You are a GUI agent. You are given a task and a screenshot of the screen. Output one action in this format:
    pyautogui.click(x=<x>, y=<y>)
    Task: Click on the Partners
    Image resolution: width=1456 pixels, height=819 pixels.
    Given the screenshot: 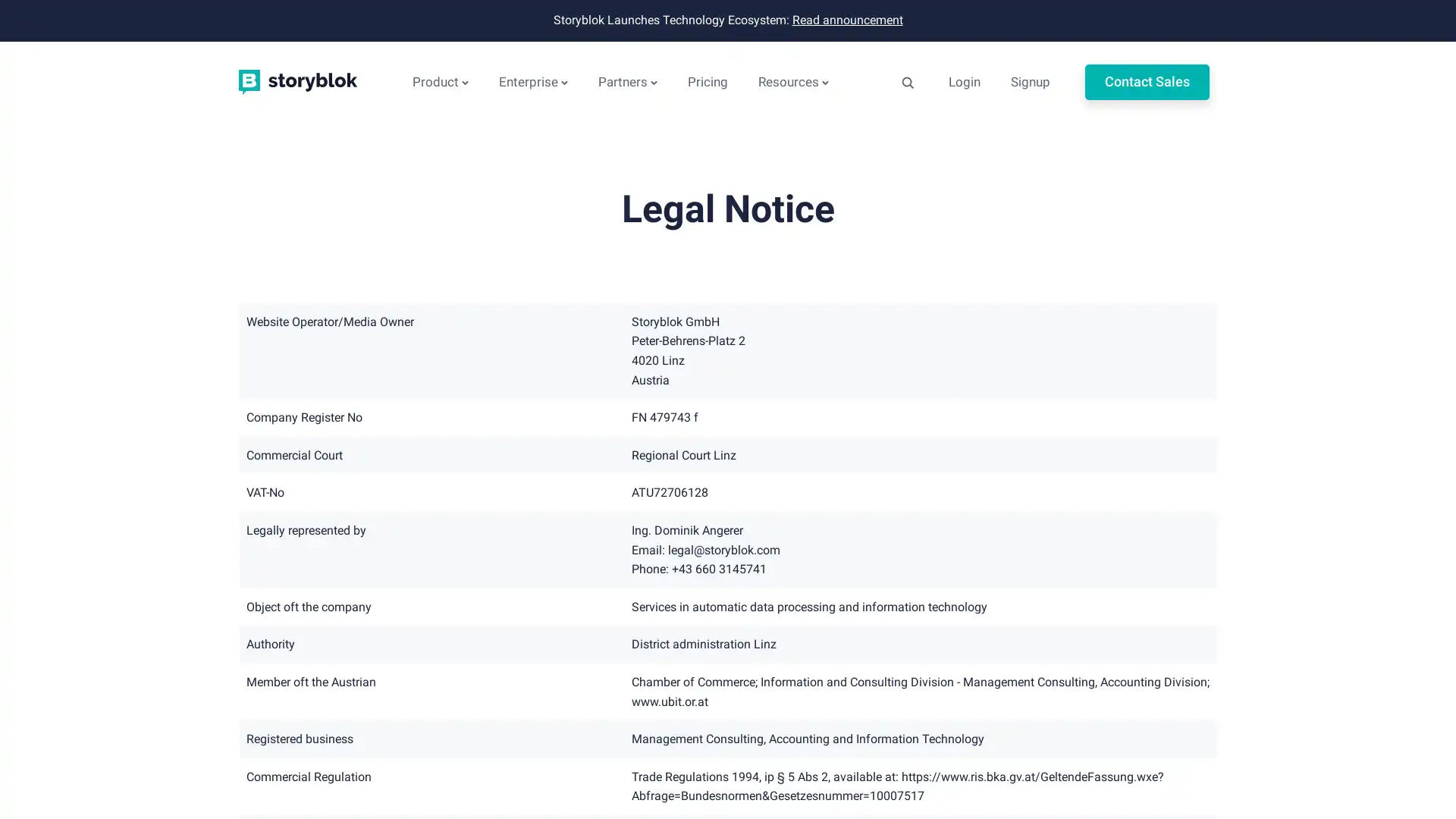 What is the action you would take?
    pyautogui.click(x=628, y=82)
    